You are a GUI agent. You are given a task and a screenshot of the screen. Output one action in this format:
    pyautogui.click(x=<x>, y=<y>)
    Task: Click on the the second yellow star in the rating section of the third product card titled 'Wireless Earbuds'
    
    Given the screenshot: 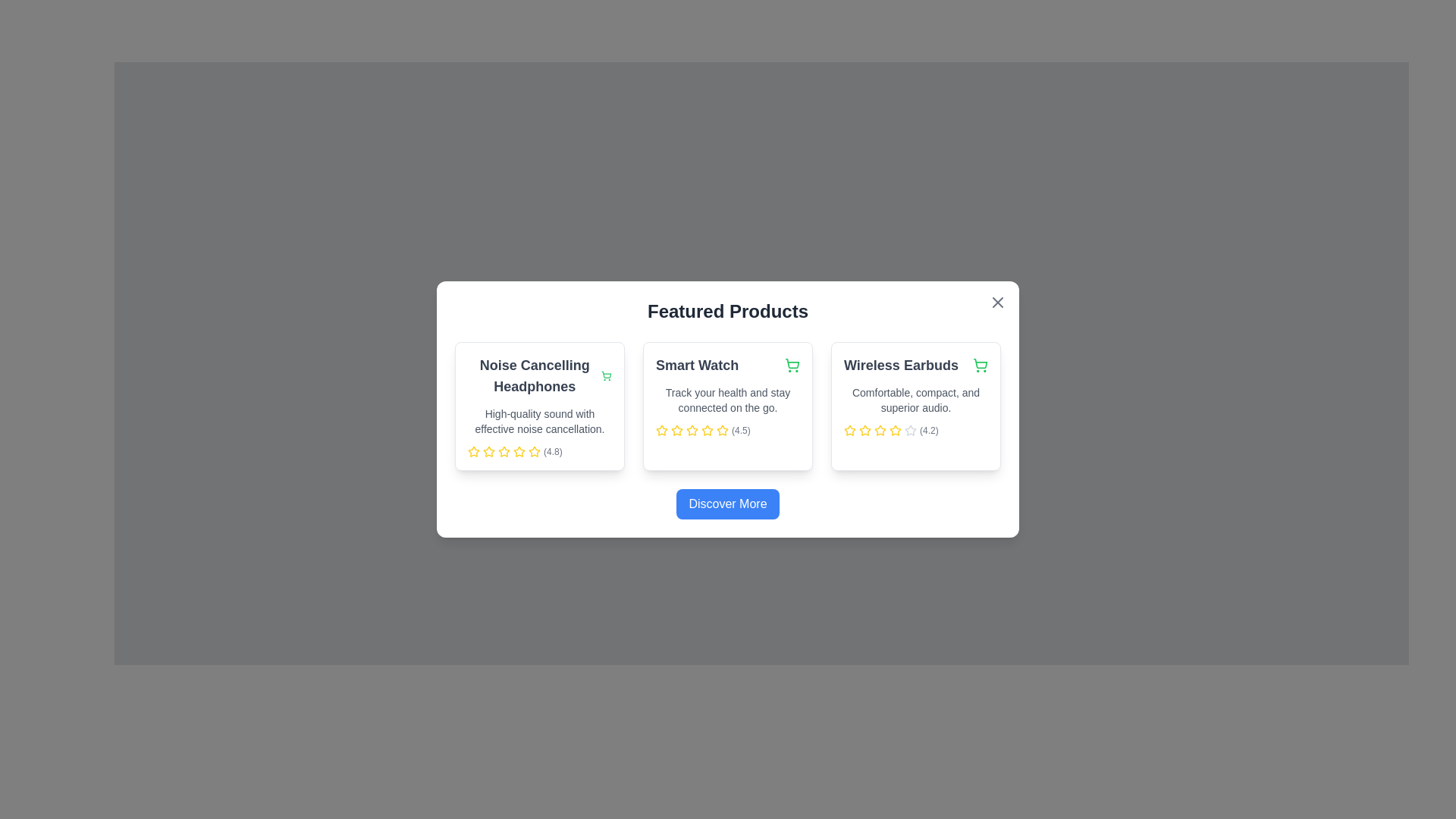 What is the action you would take?
    pyautogui.click(x=880, y=430)
    